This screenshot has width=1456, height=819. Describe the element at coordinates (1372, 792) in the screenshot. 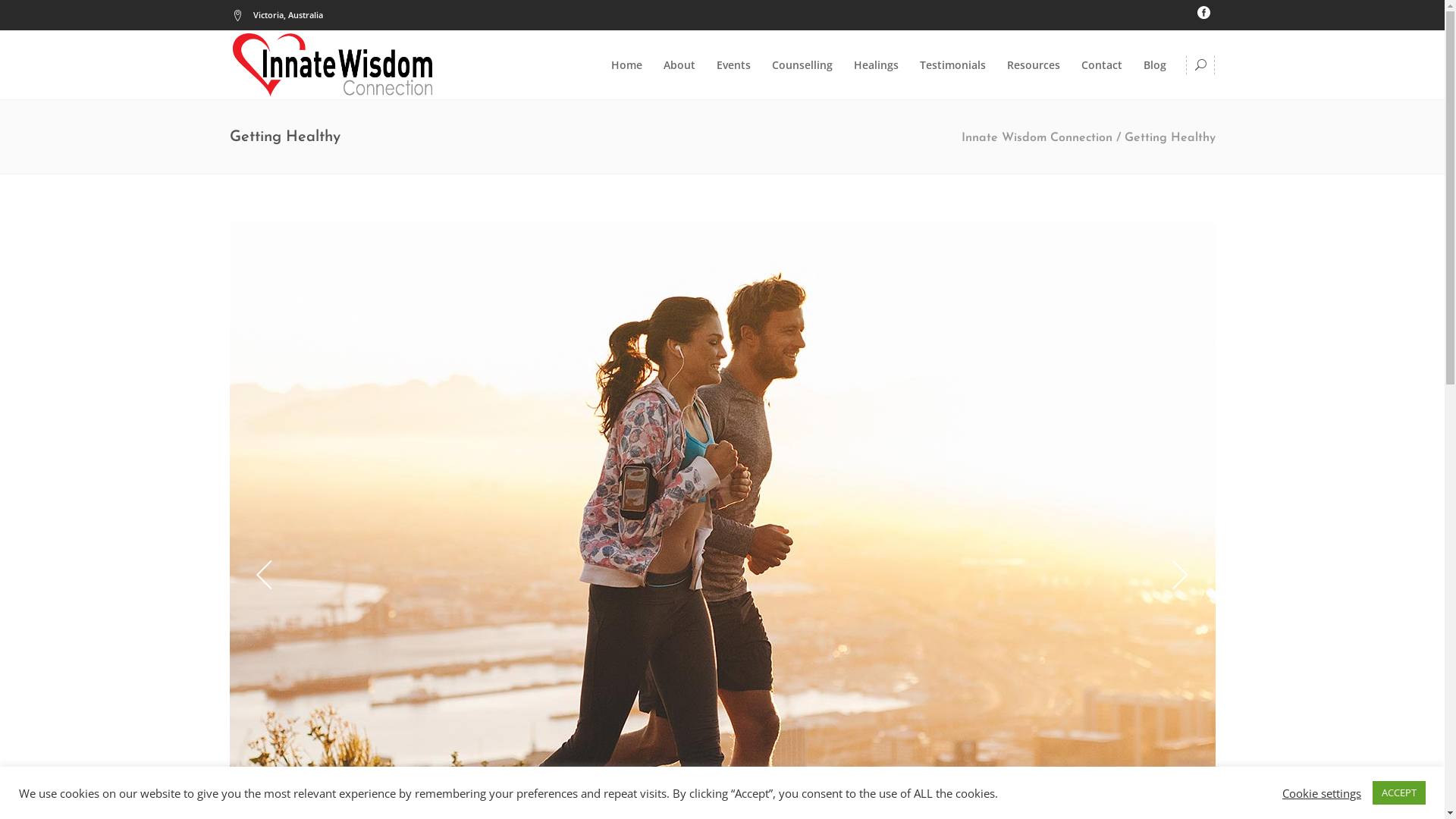

I see `'ACCEPT'` at that location.